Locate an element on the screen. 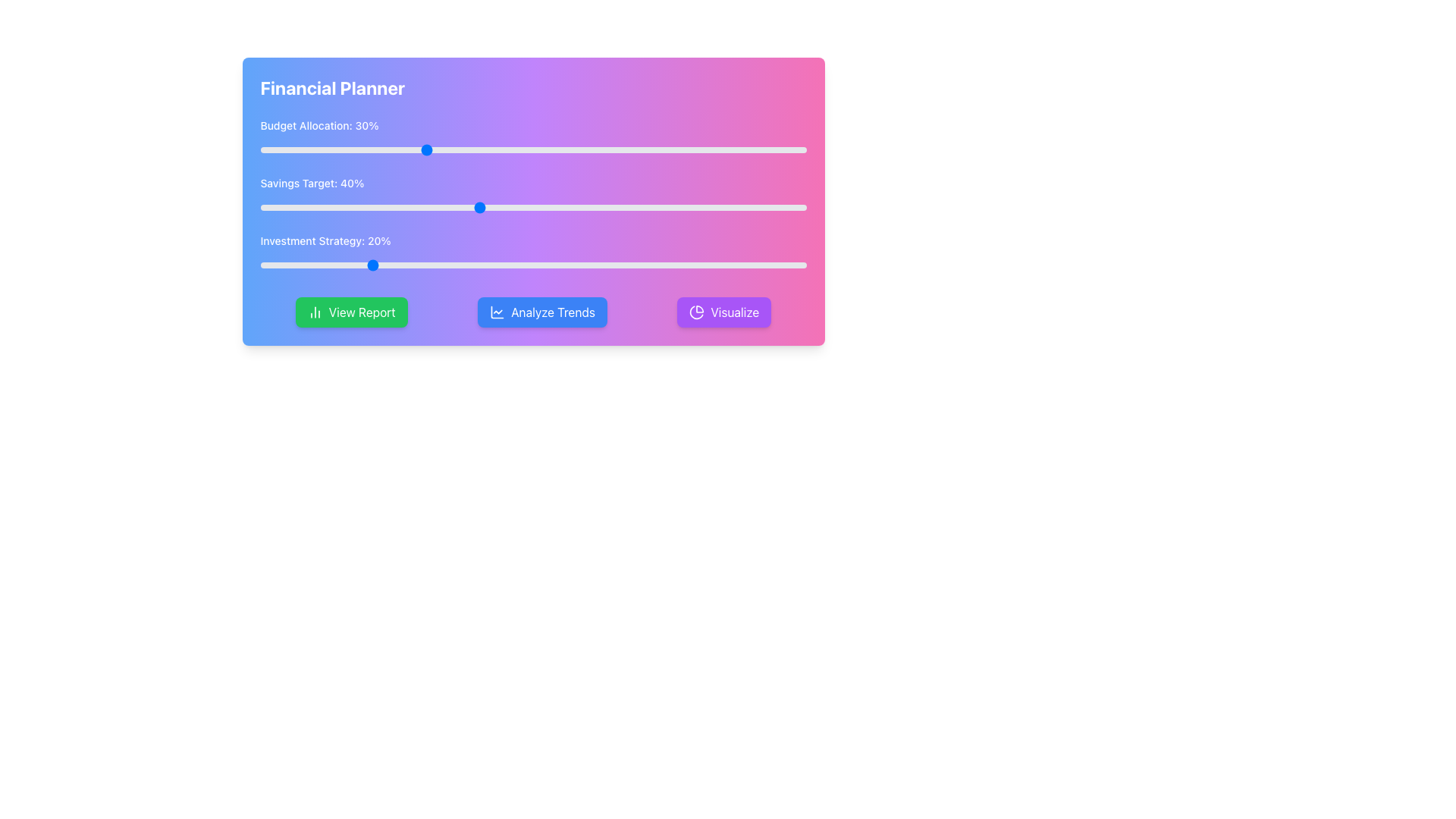 The height and width of the screenshot is (819, 1456). the budget allocation slider is located at coordinates (679, 149).